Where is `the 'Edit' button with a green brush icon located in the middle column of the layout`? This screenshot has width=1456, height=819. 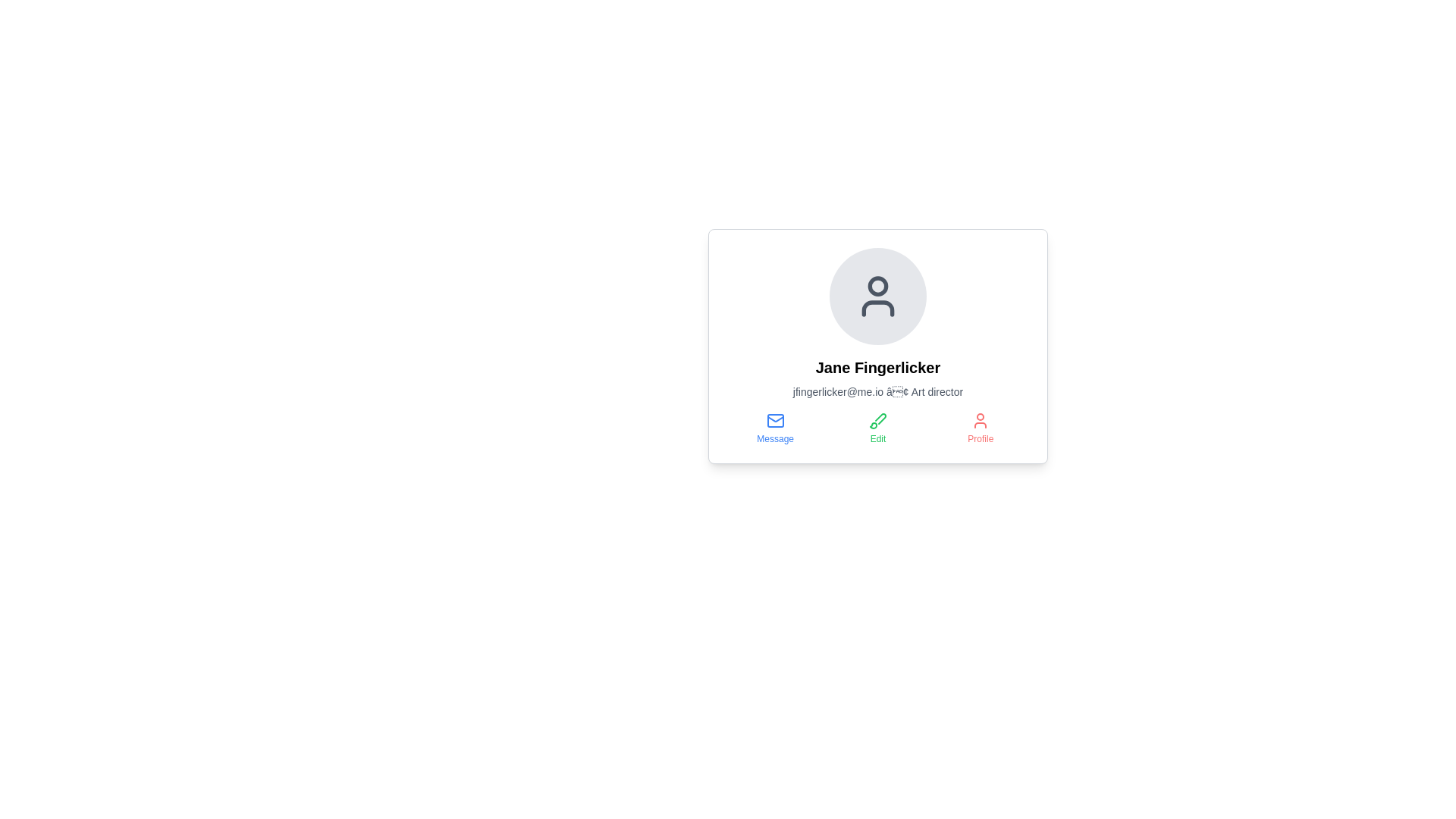
the 'Edit' button with a green brush icon located in the middle column of the layout is located at coordinates (877, 428).